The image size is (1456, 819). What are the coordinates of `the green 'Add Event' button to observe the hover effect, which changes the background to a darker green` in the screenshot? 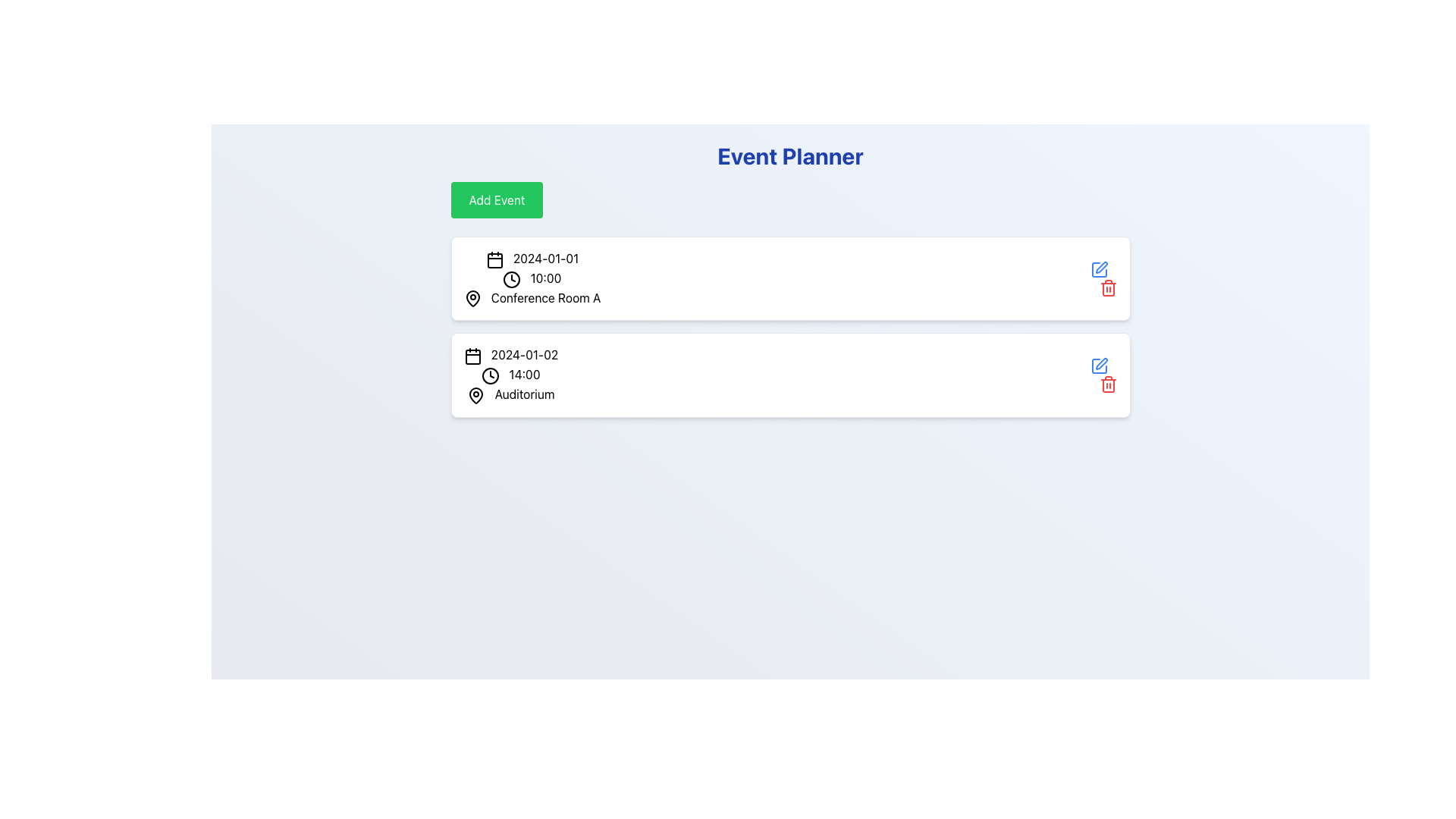 It's located at (497, 199).